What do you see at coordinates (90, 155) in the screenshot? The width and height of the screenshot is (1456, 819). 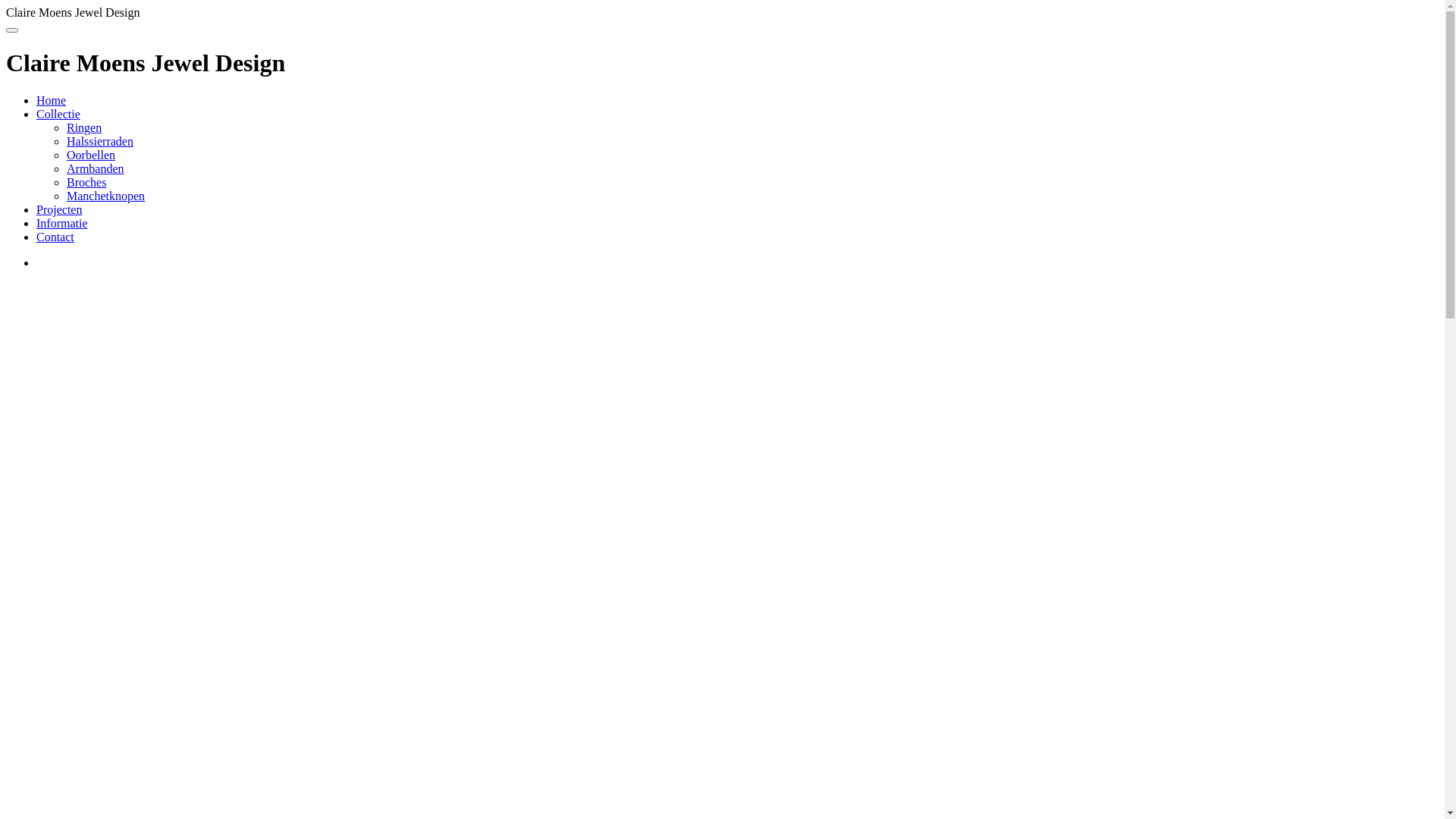 I see `'Oorbellen'` at bounding box center [90, 155].